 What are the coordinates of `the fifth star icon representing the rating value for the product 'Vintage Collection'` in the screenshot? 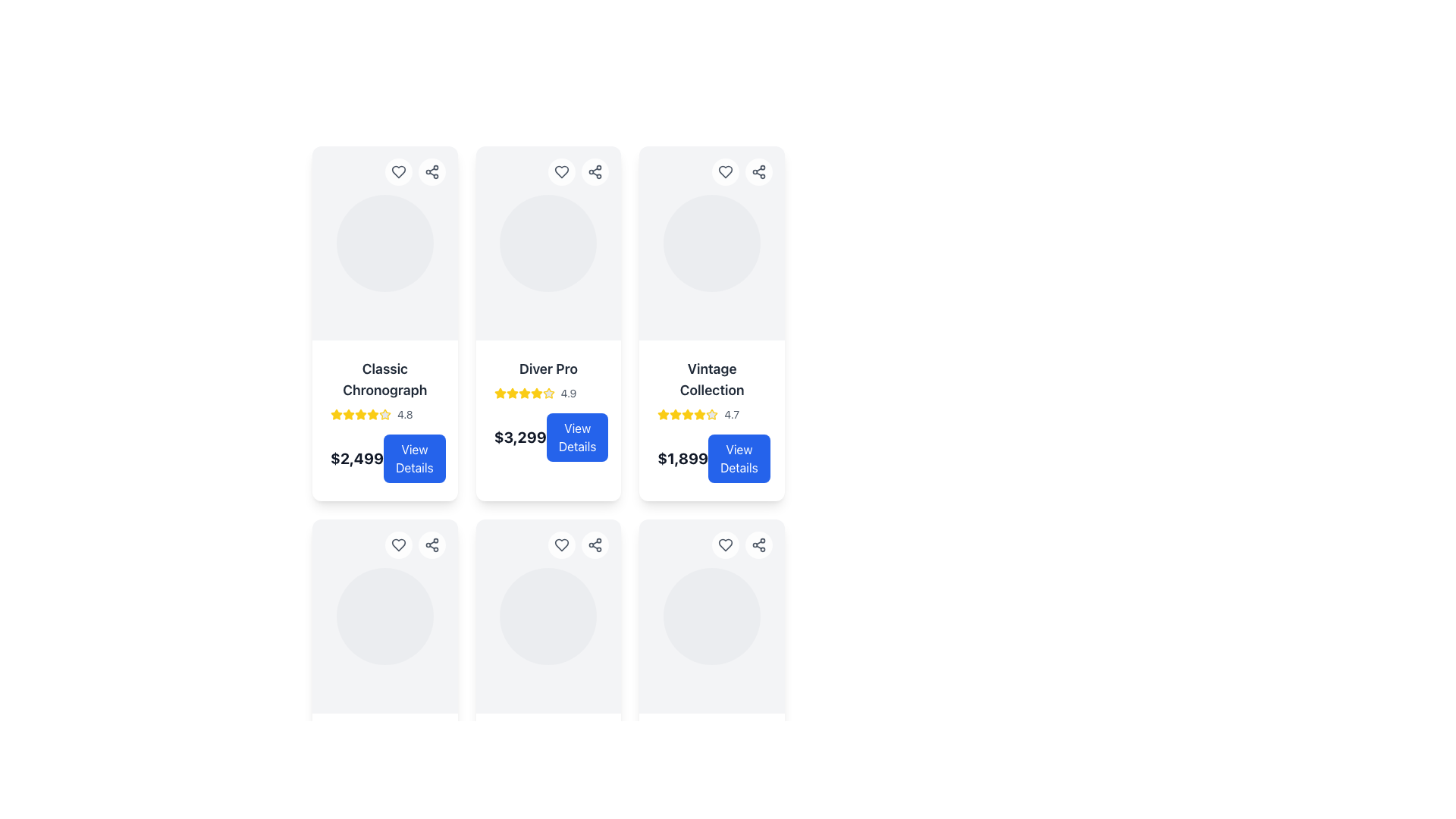 It's located at (687, 415).